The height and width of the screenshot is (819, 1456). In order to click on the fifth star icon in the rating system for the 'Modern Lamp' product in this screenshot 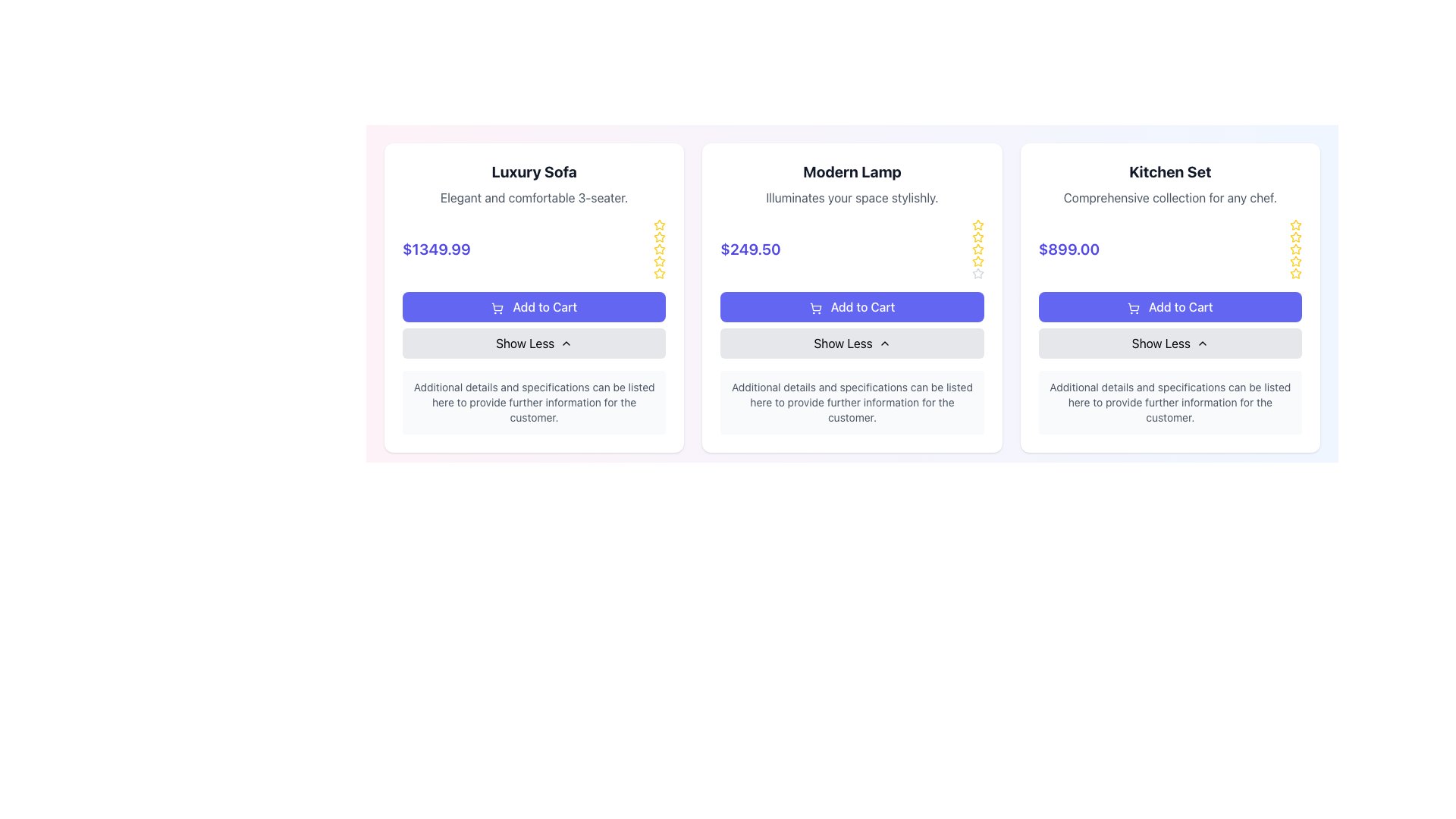, I will do `click(977, 224)`.